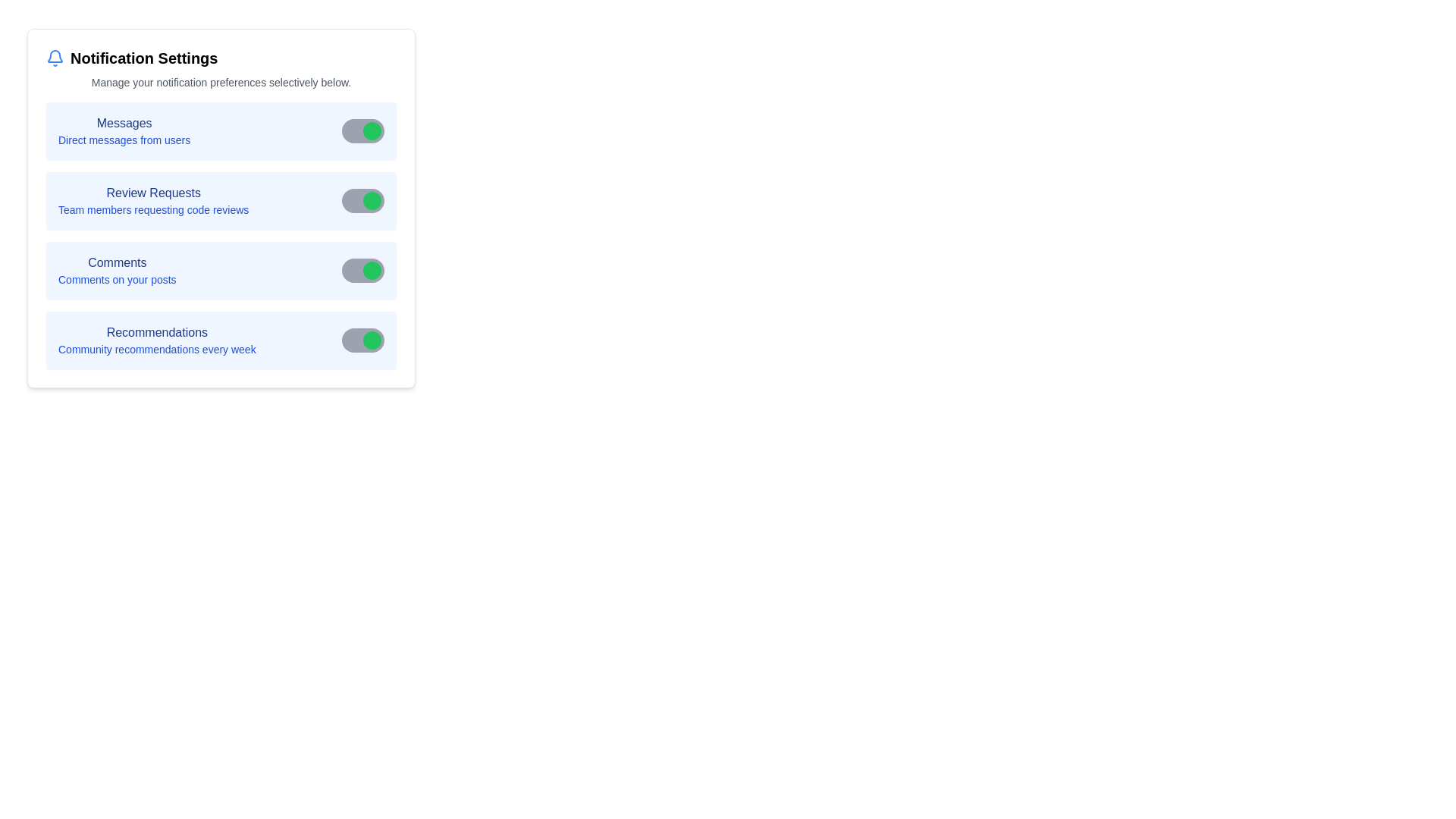 This screenshot has height=819, width=1456. Describe the element at coordinates (372, 130) in the screenshot. I see `the toggle switch handle for 'Messages: Direct messages from users' to modify the setting` at that location.